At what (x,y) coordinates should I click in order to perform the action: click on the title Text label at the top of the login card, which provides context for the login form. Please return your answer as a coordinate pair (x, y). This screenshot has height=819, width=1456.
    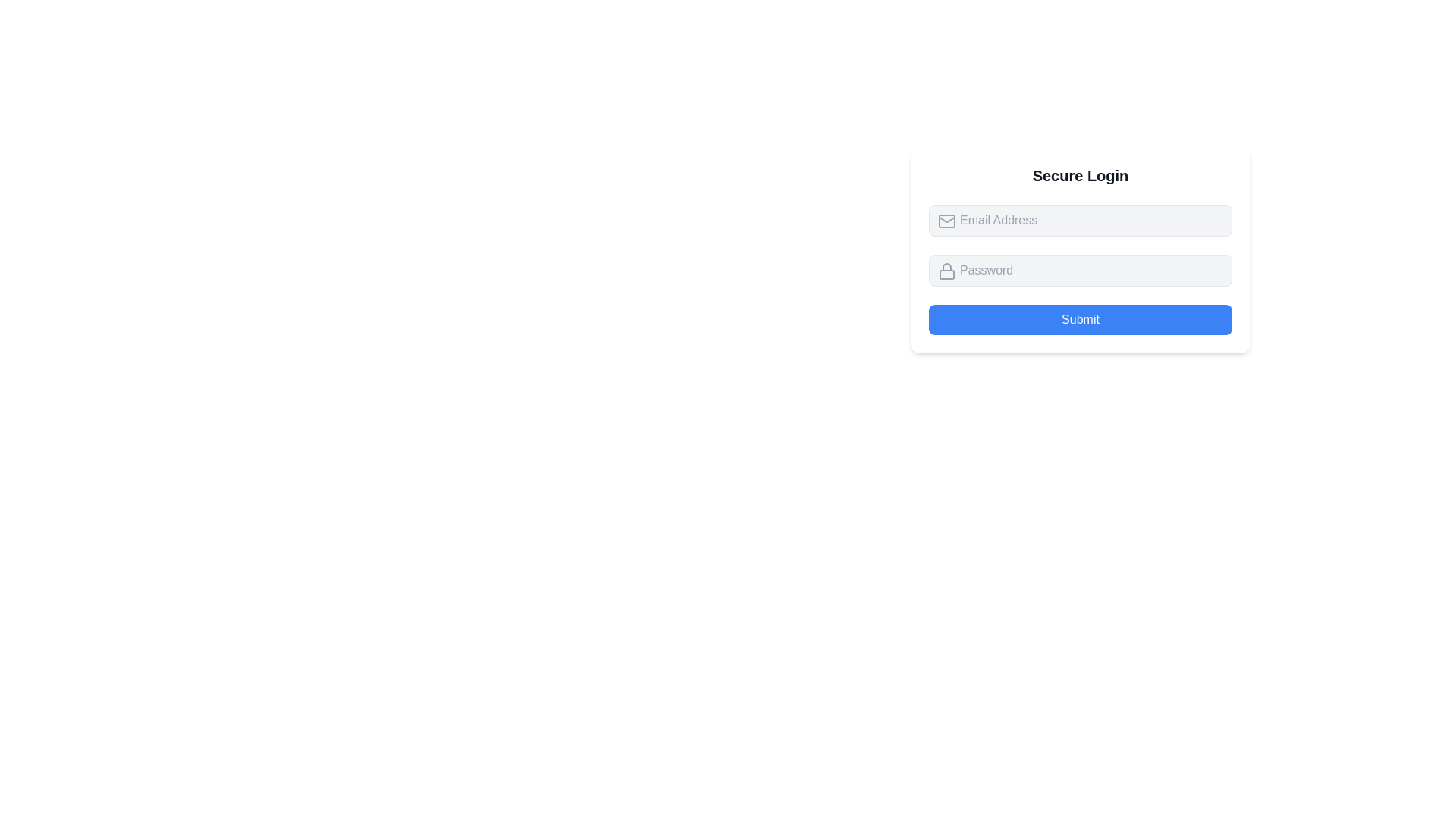
    Looking at the image, I should click on (1080, 174).